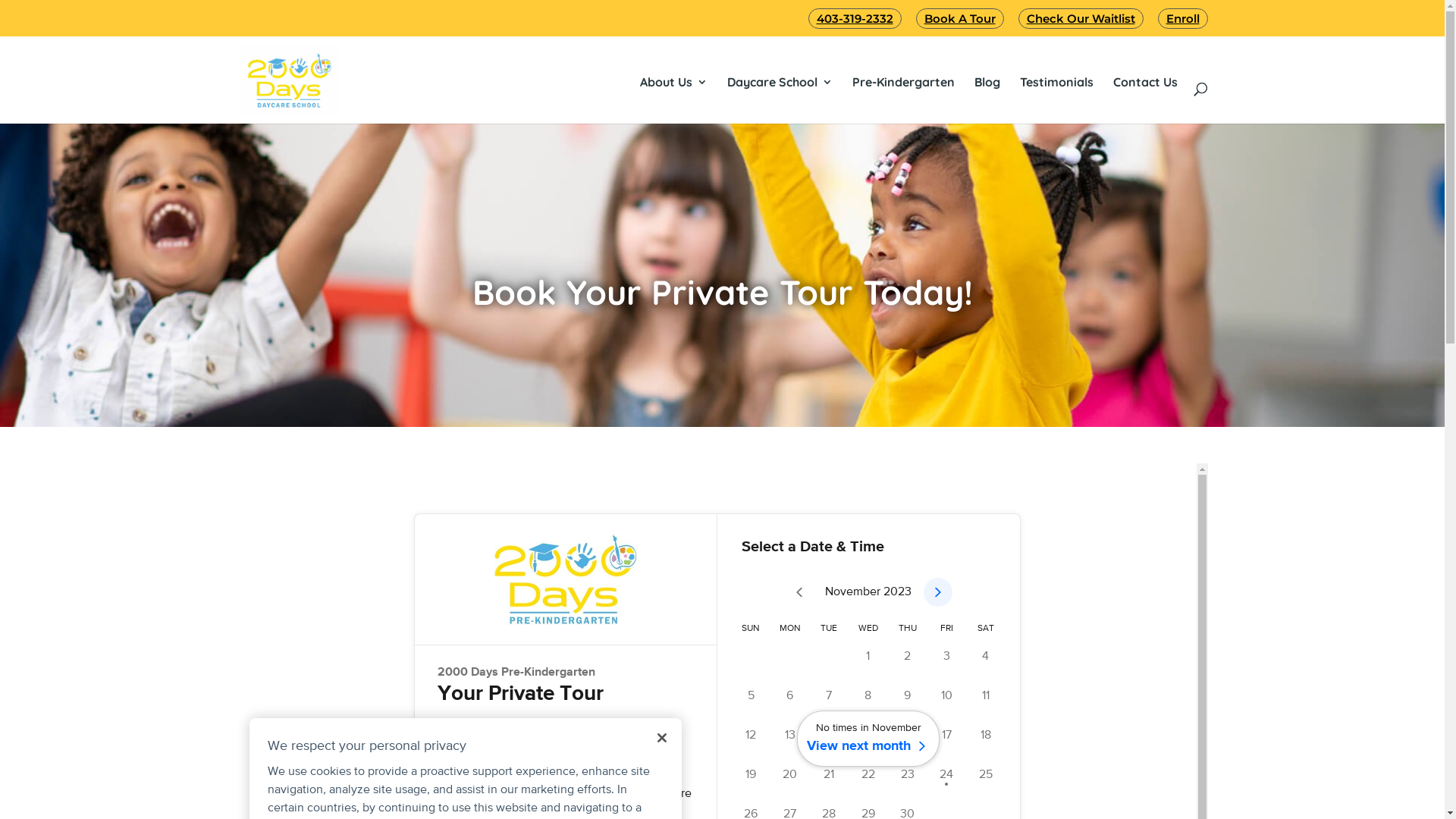 The image size is (1456, 819). Describe the element at coordinates (973, 82) in the screenshot. I see `'Blog'` at that location.